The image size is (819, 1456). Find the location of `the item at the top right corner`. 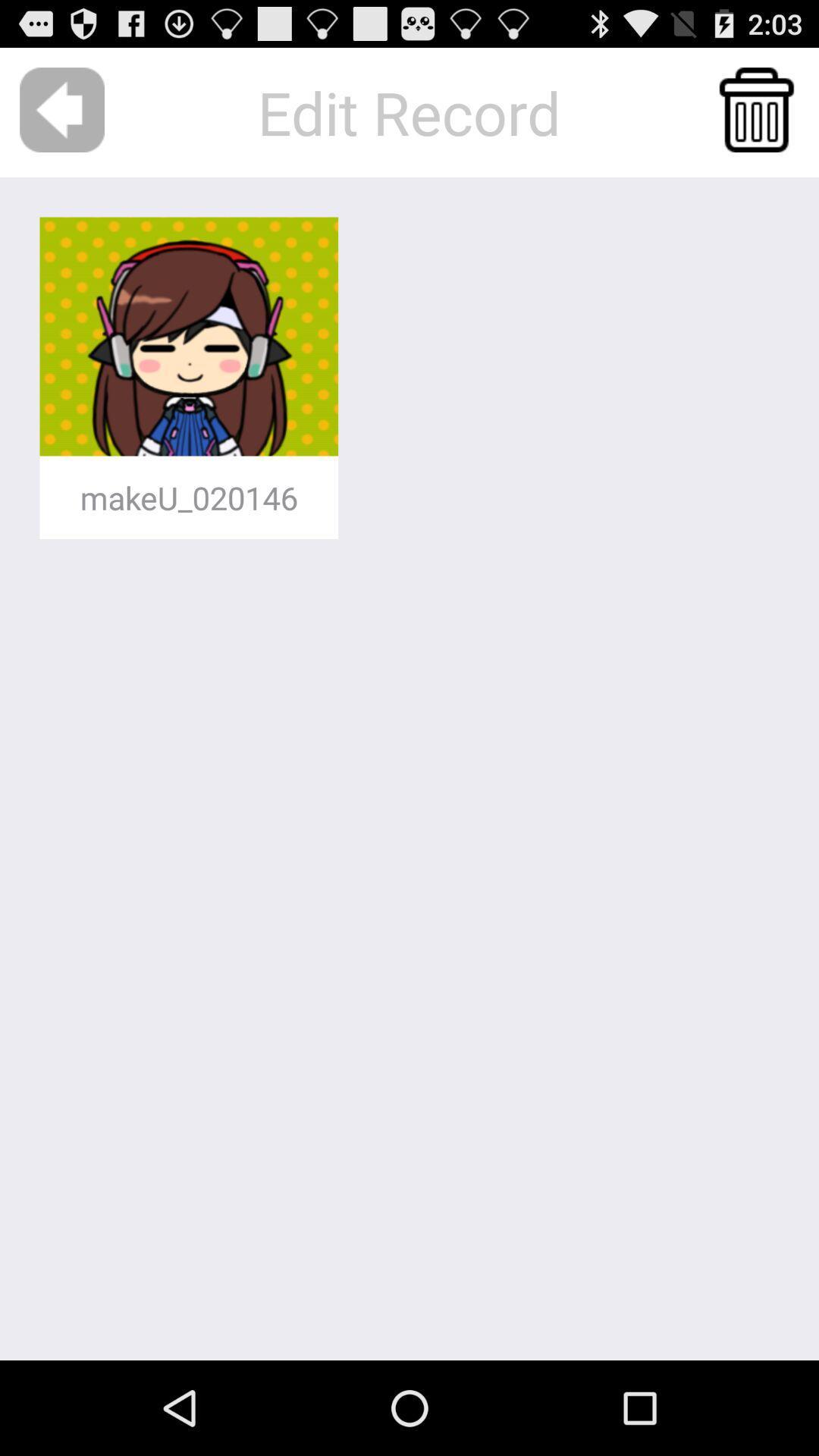

the item at the top right corner is located at coordinates (756, 109).